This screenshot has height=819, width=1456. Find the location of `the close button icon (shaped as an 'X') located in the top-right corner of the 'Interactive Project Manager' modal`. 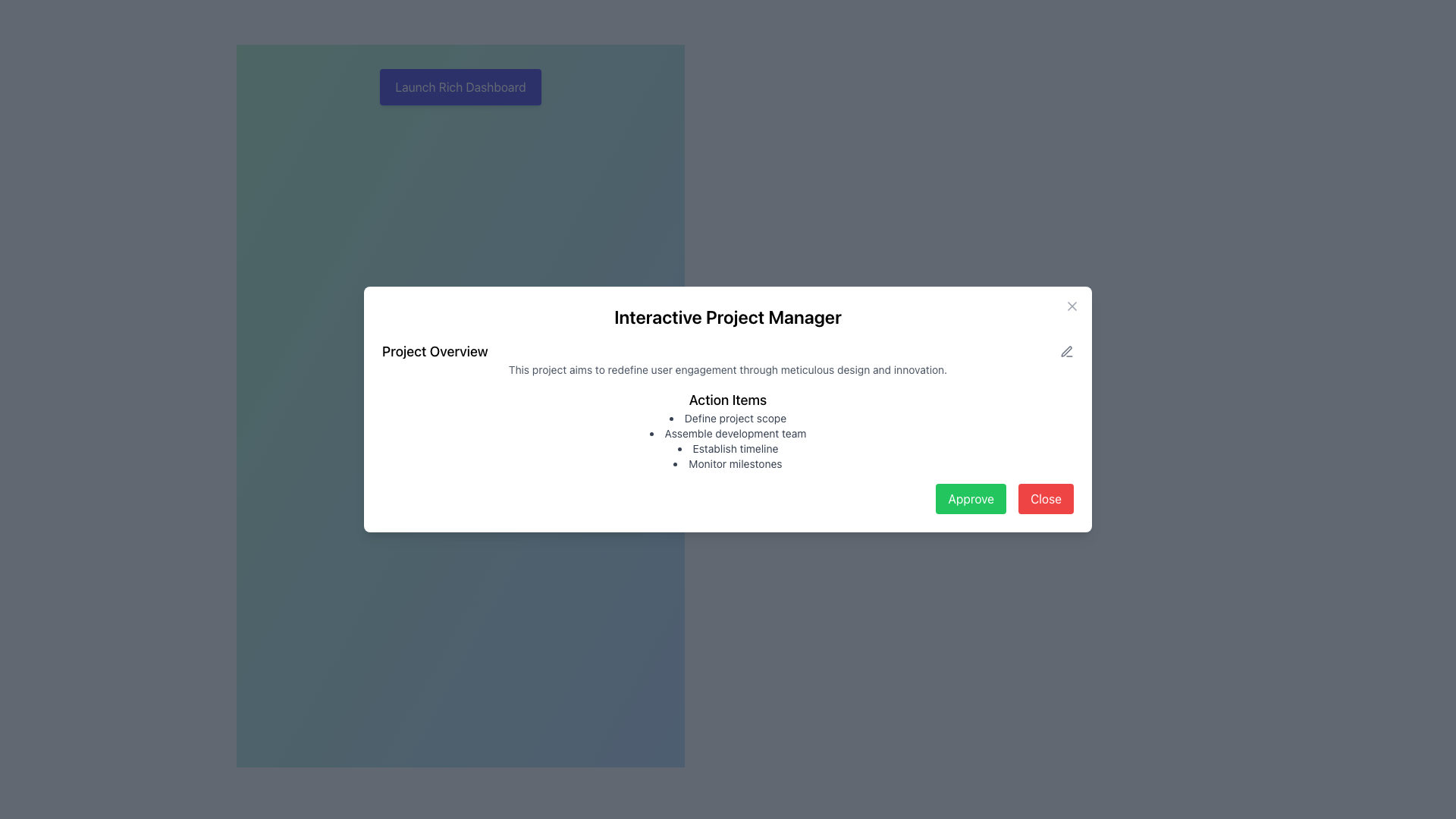

the close button icon (shaped as an 'X') located in the top-right corner of the 'Interactive Project Manager' modal is located at coordinates (1072, 306).